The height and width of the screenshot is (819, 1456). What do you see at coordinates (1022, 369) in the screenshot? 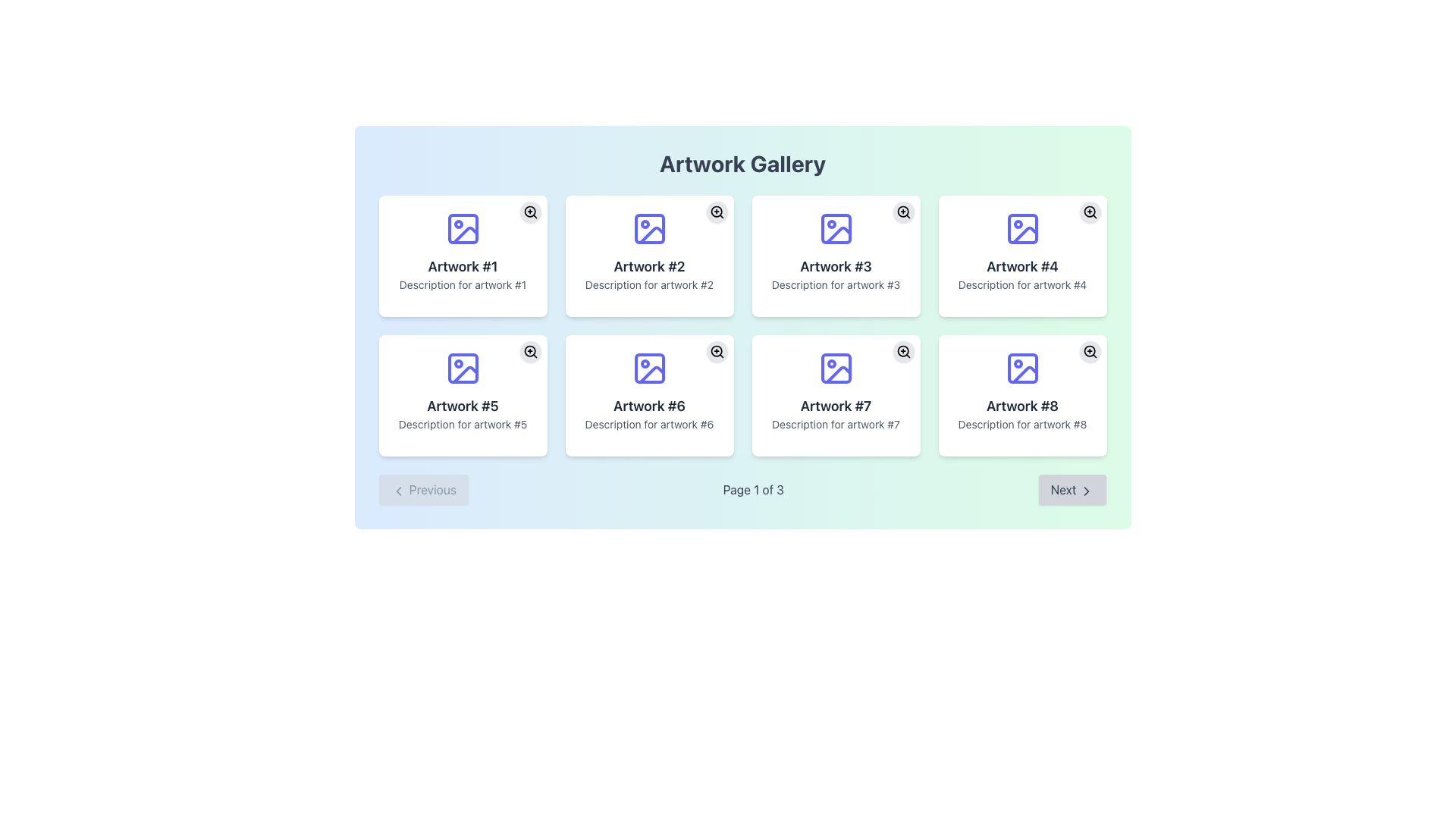
I see `the decorative graphic shape located at the top-left corner of the artwork image's frame for 'Artwork #8' in the gallery` at bounding box center [1022, 369].